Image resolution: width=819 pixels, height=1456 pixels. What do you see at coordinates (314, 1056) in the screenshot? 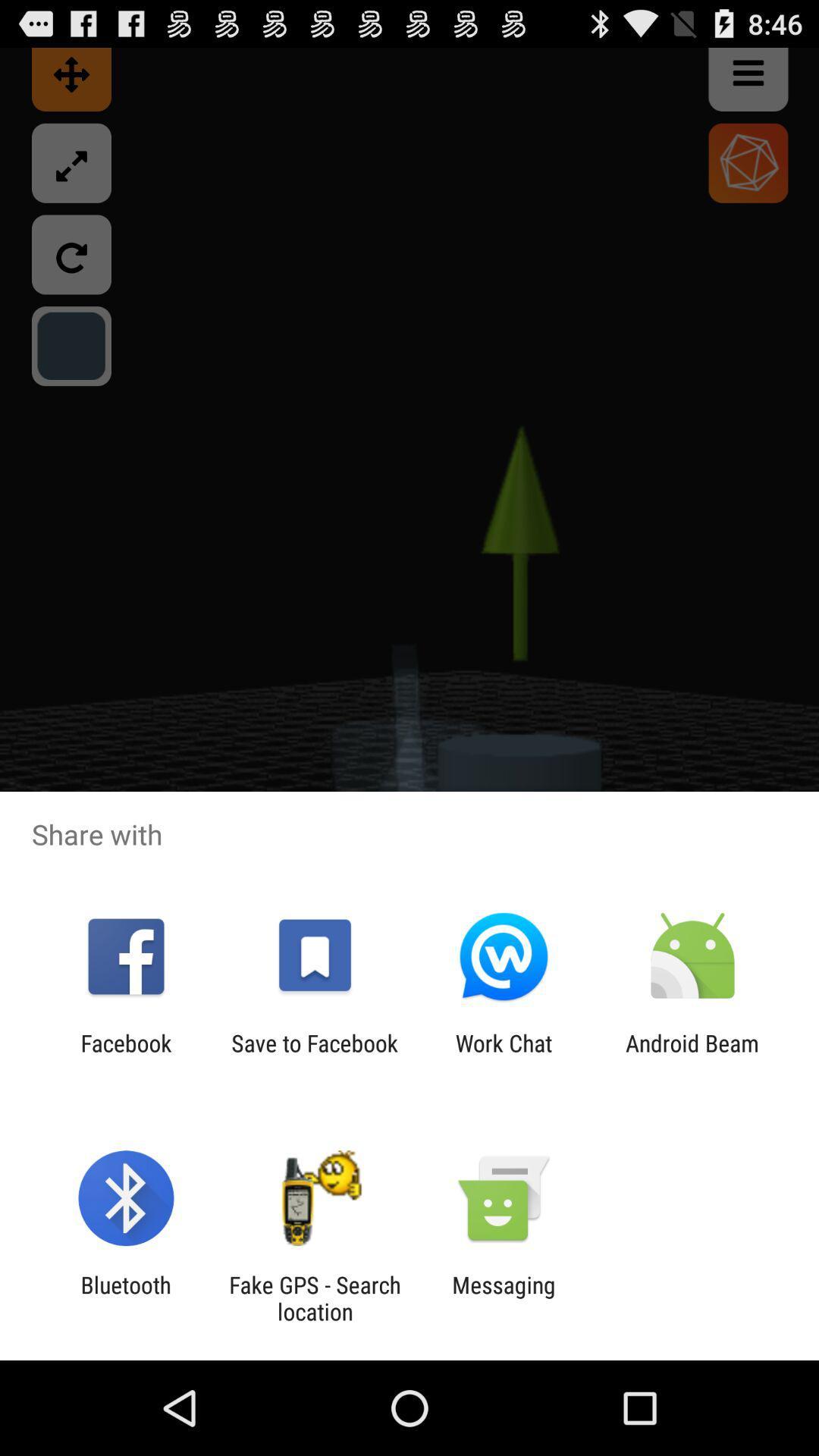
I see `item next to the facebook app` at bounding box center [314, 1056].